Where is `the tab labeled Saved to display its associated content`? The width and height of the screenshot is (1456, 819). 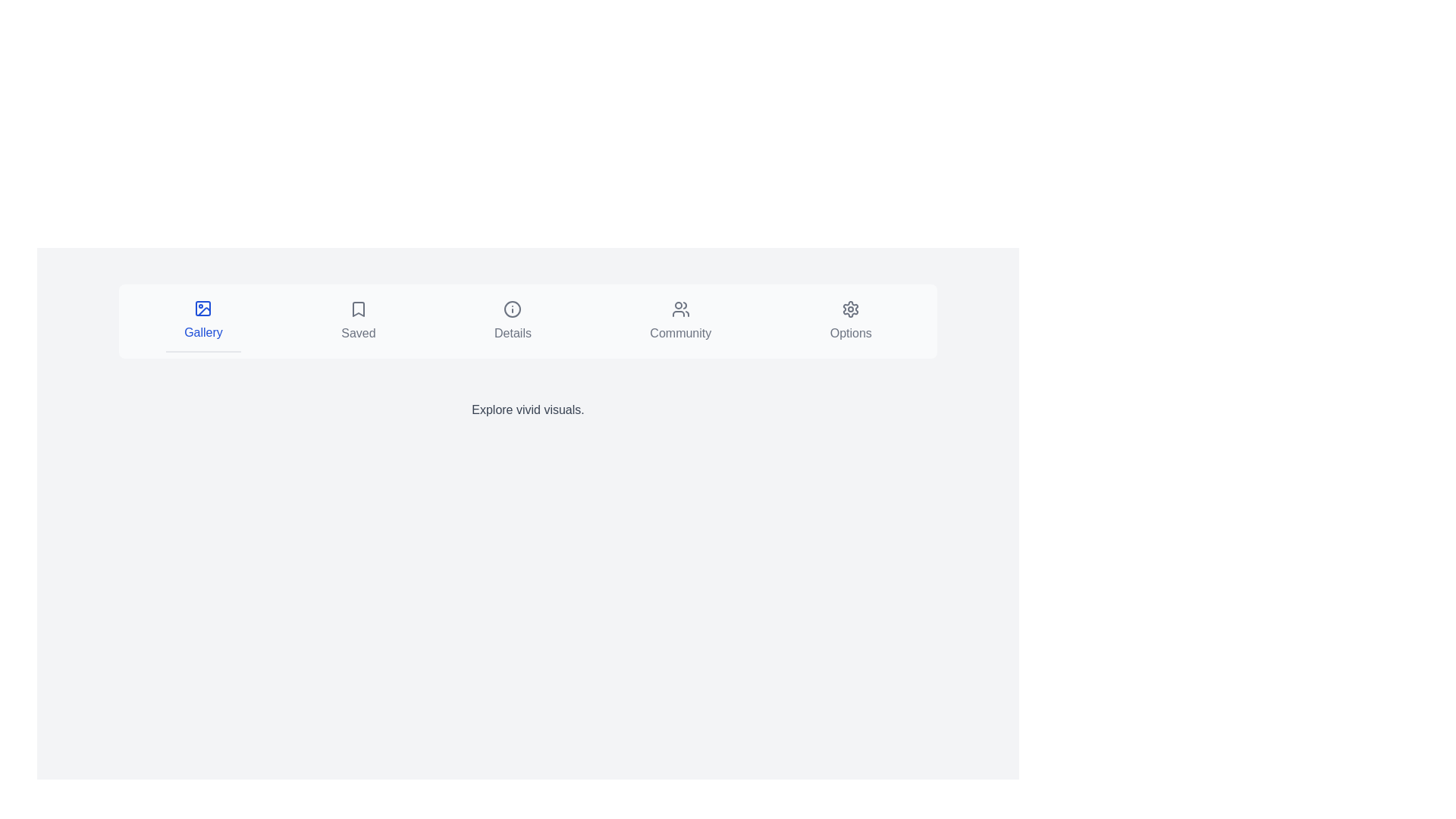
the tab labeled Saved to display its associated content is located at coordinates (356, 321).